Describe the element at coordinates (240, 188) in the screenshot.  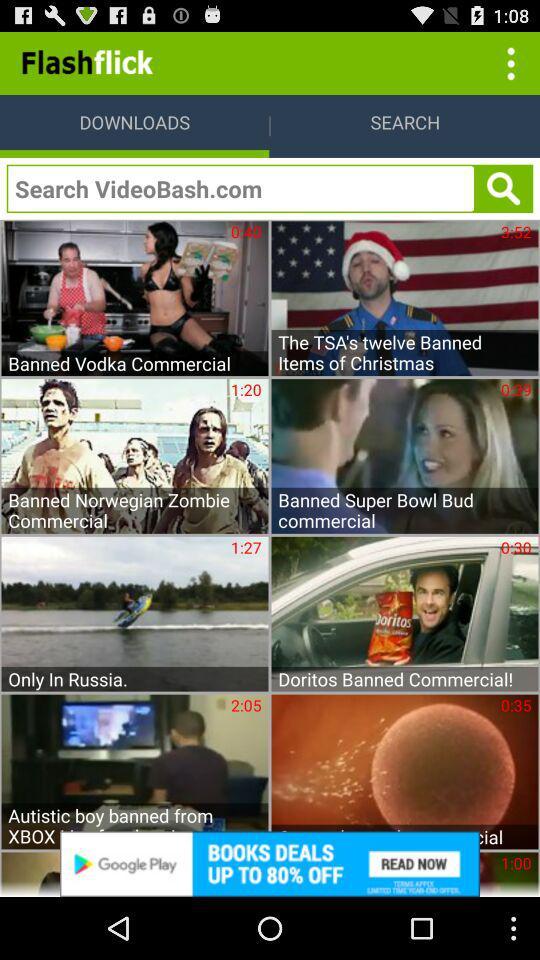
I see `the text field` at that location.